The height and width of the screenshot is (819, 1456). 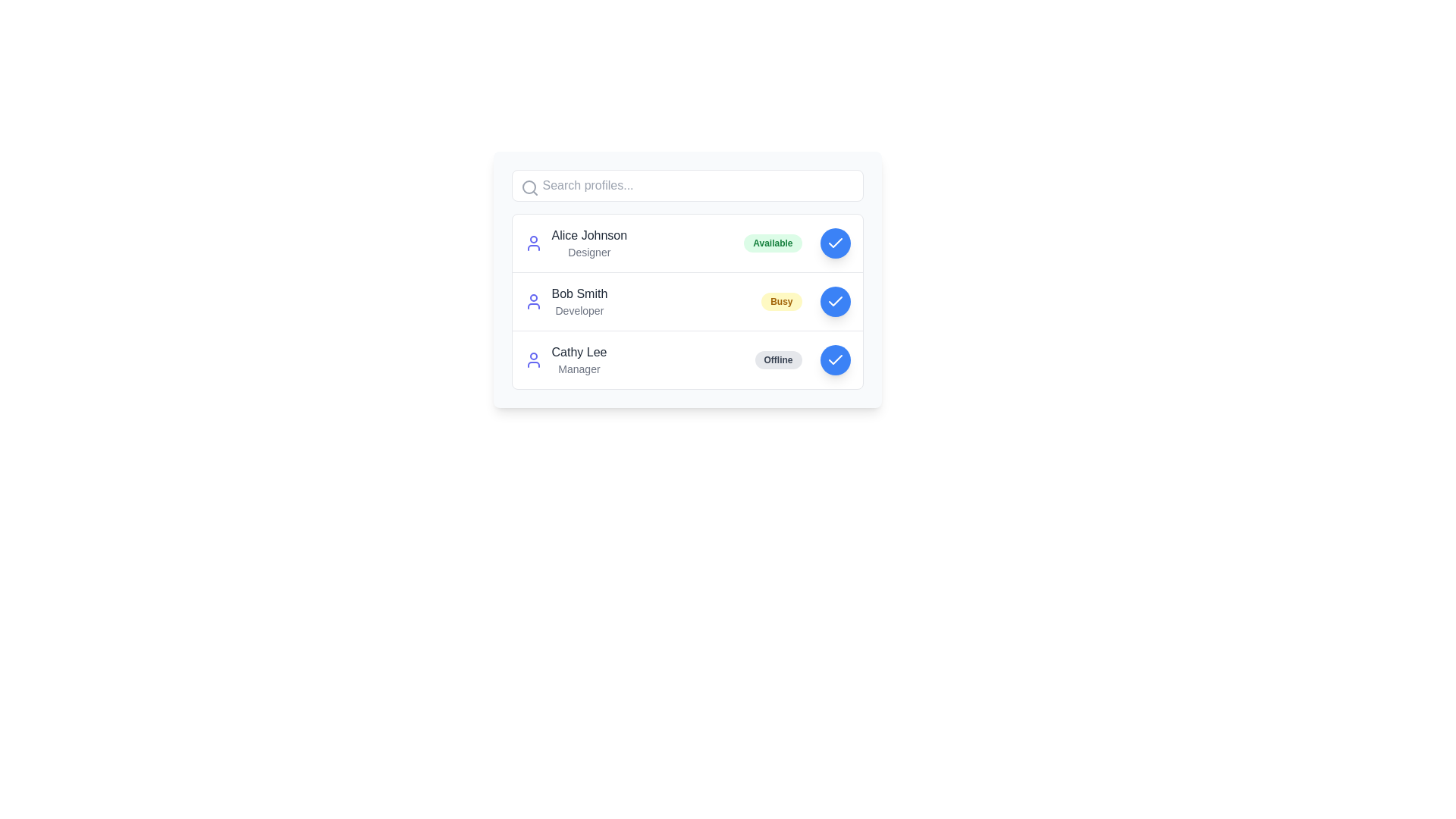 I want to click on the user profile icon for Cathy Lee, which is the first element on the left inside the entry row containing her information, so click(x=533, y=359).